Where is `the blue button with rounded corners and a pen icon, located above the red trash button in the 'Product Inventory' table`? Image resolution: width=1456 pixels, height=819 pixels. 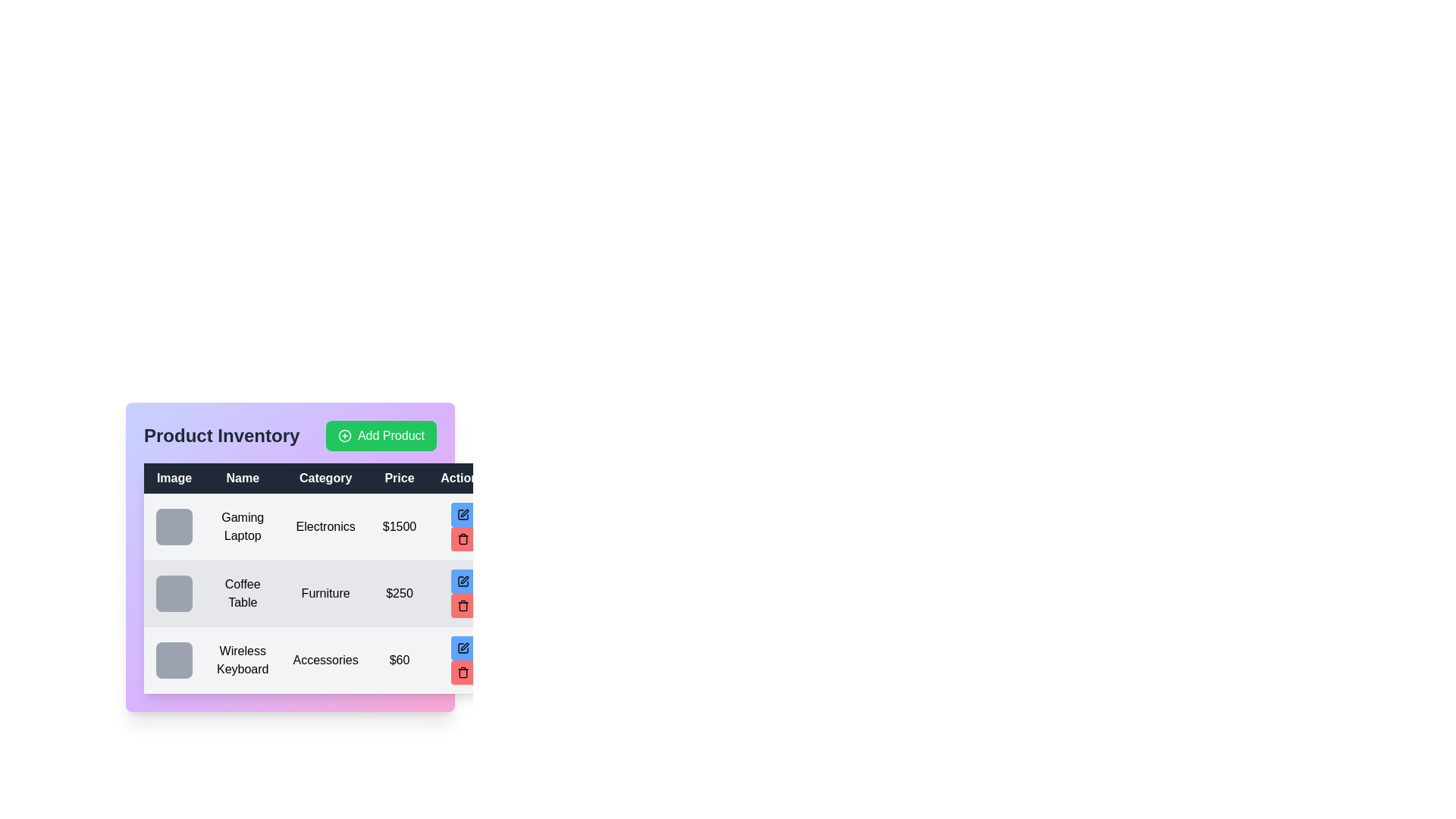 the blue button with rounded corners and a pen icon, located above the red trash button in the 'Product Inventory' table is located at coordinates (462, 648).